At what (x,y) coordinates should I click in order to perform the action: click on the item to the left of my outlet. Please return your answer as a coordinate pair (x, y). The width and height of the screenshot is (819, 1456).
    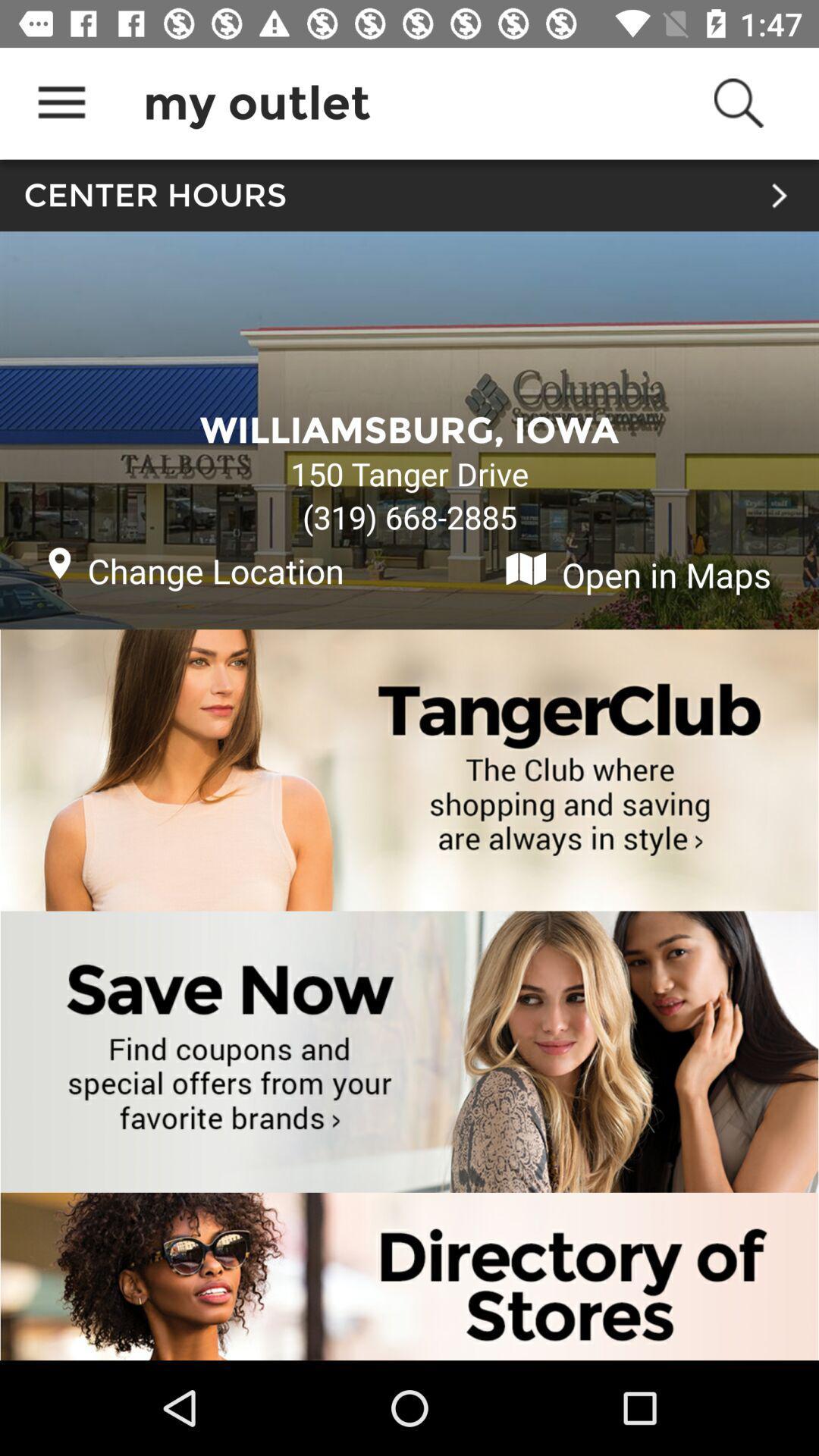
    Looking at the image, I should click on (61, 102).